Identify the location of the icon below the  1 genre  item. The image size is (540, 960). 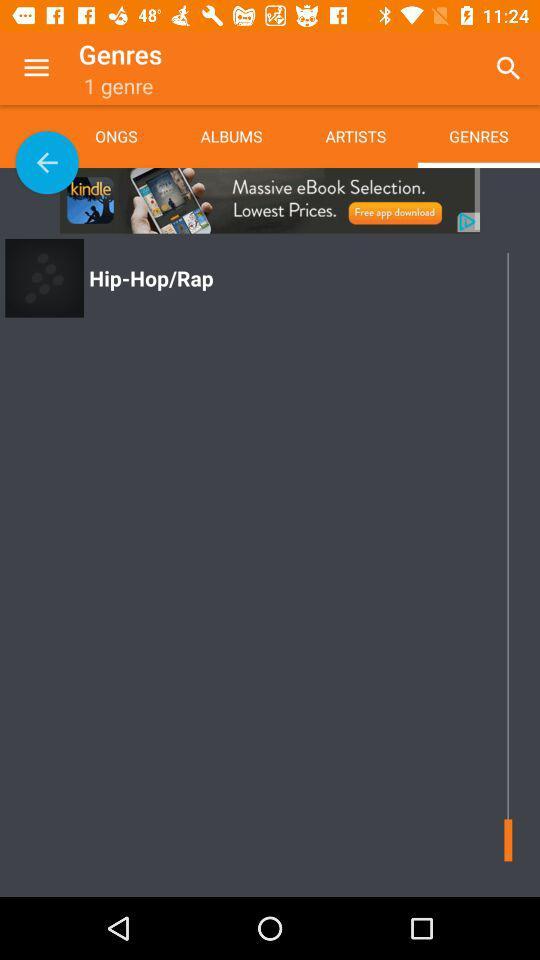
(131, 135).